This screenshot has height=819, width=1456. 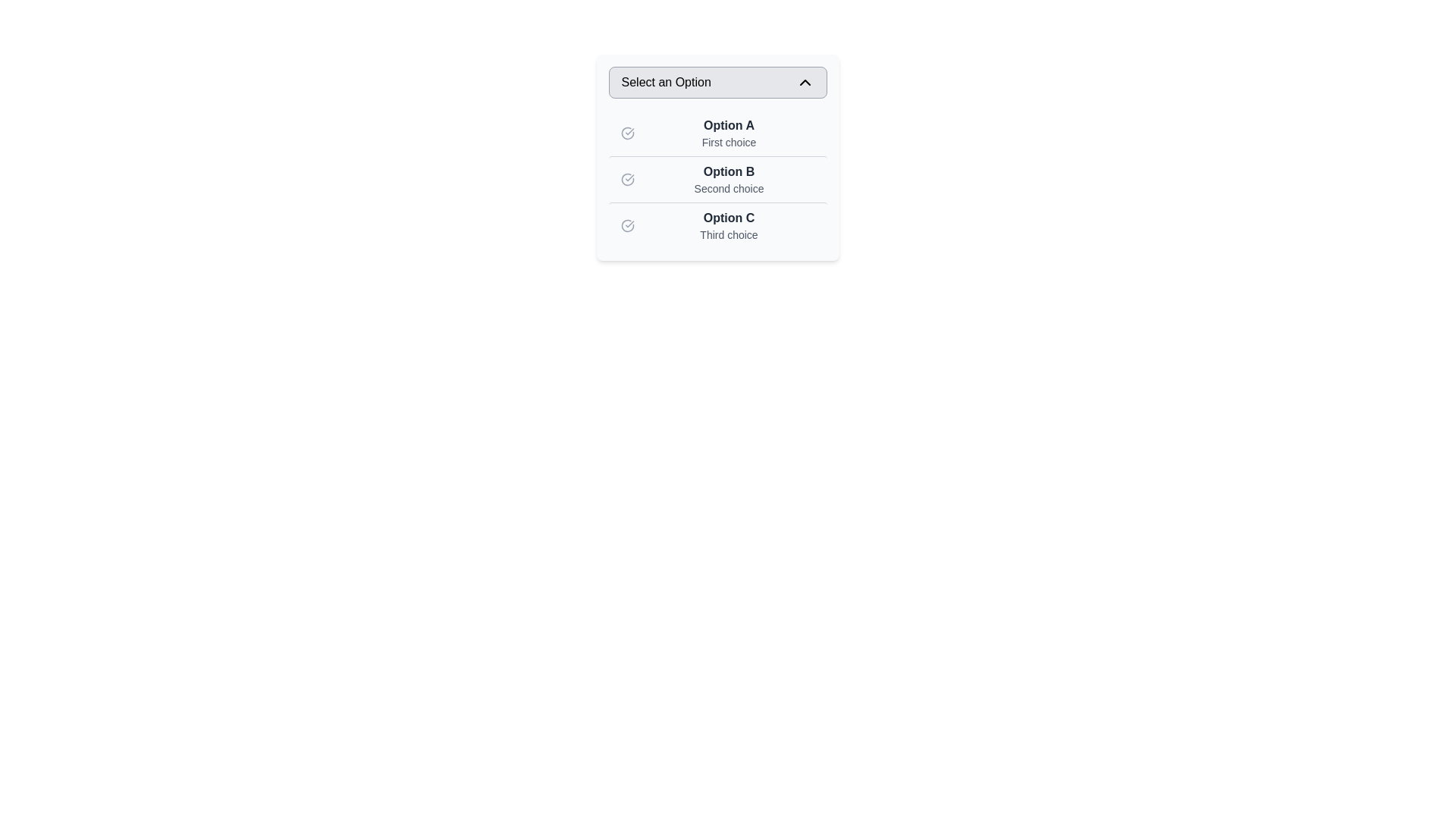 What do you see at coordinates (729, 218) in the screenshot?
I see `the text label representing 'Option C' in the dropdown menu` at bounding box center [729, 218].